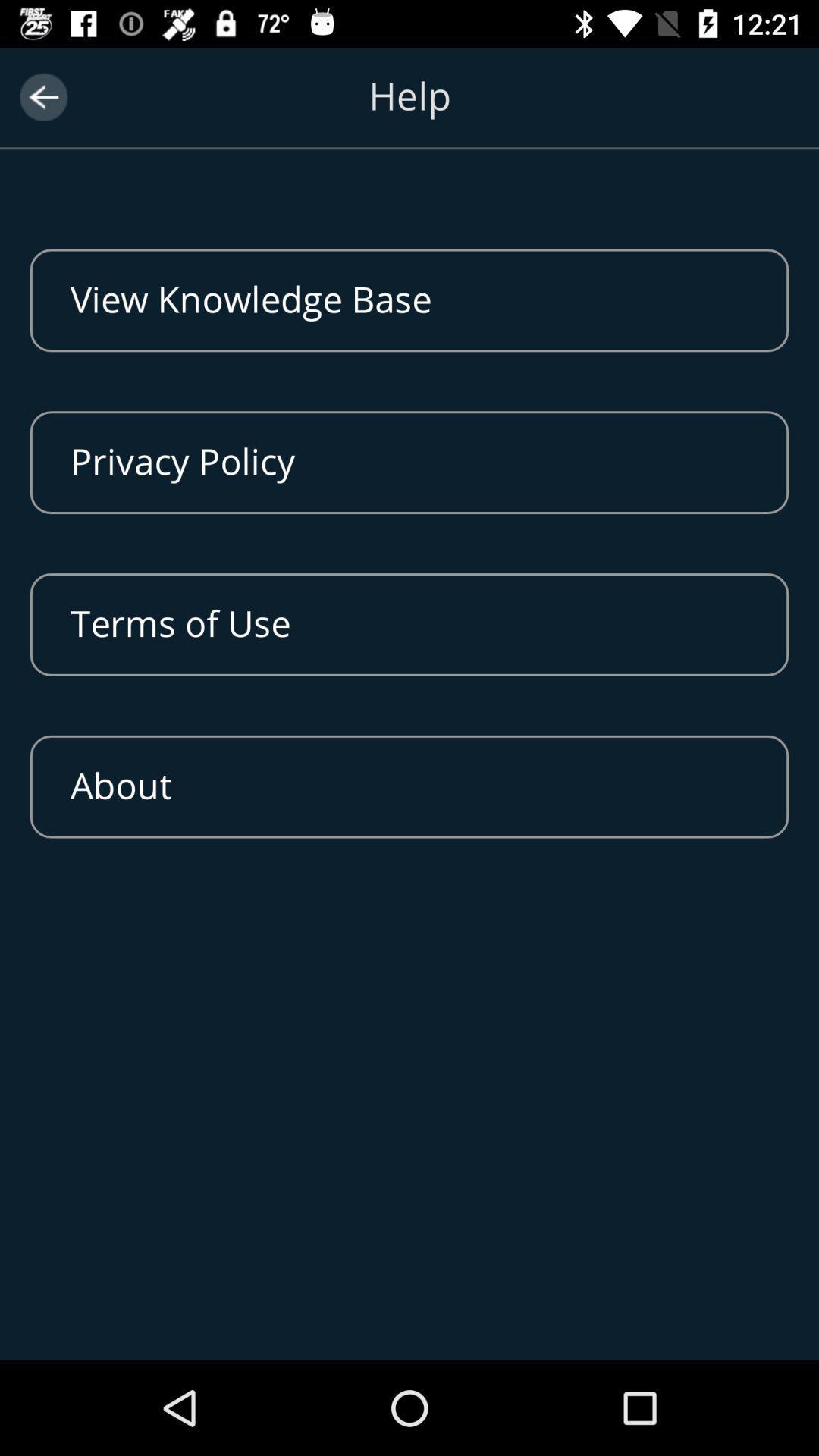 This screenshot has width=819, height=1456. What do you see at coordinates (42, 96) in the screenshot?
I see `the arrow_backward icon` at bounding box center [42, 96].